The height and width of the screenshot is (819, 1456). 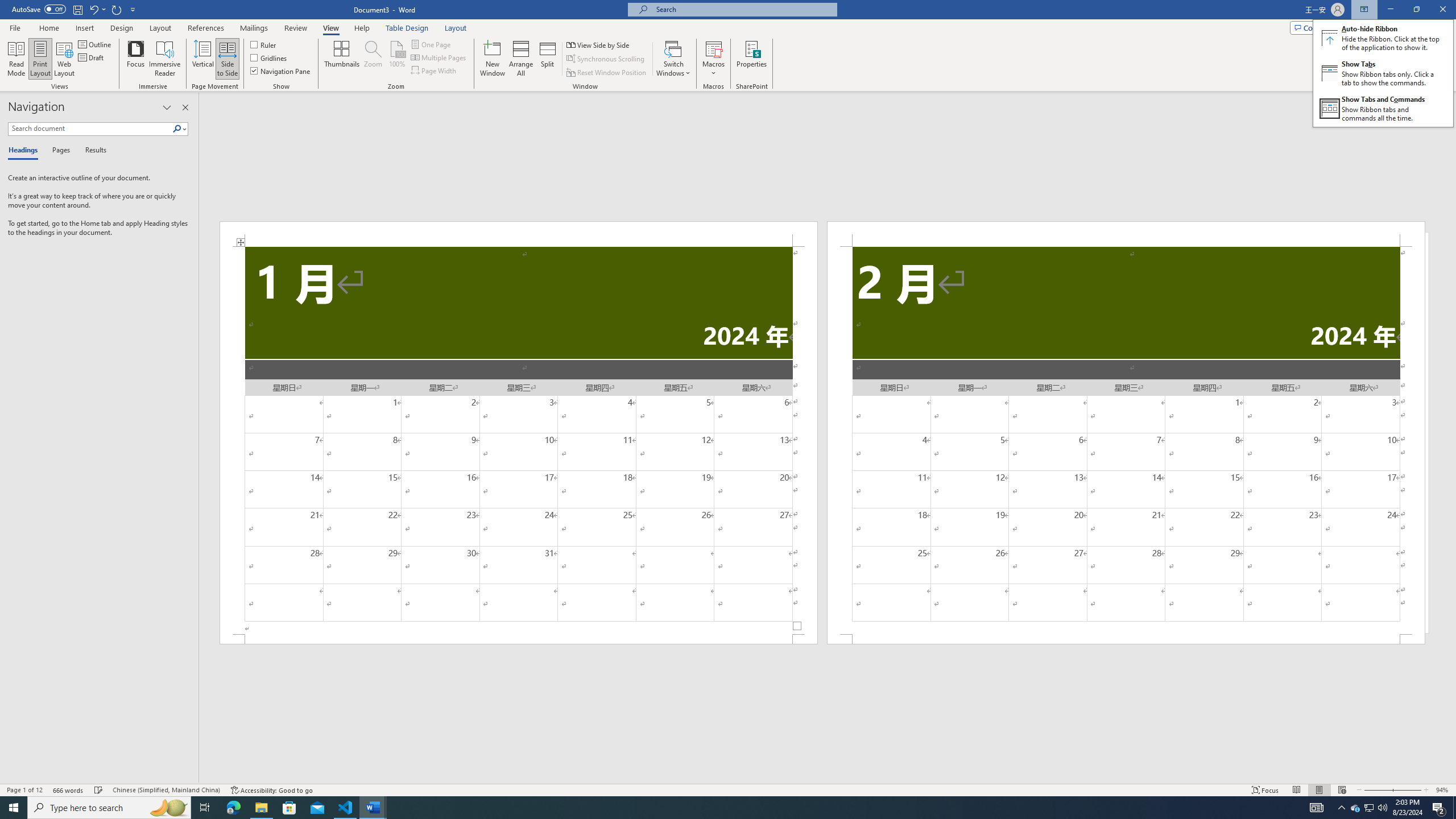 I want to click on 'Language Chinese (Simplified, Mainland China)', so click(x=165, y=790).